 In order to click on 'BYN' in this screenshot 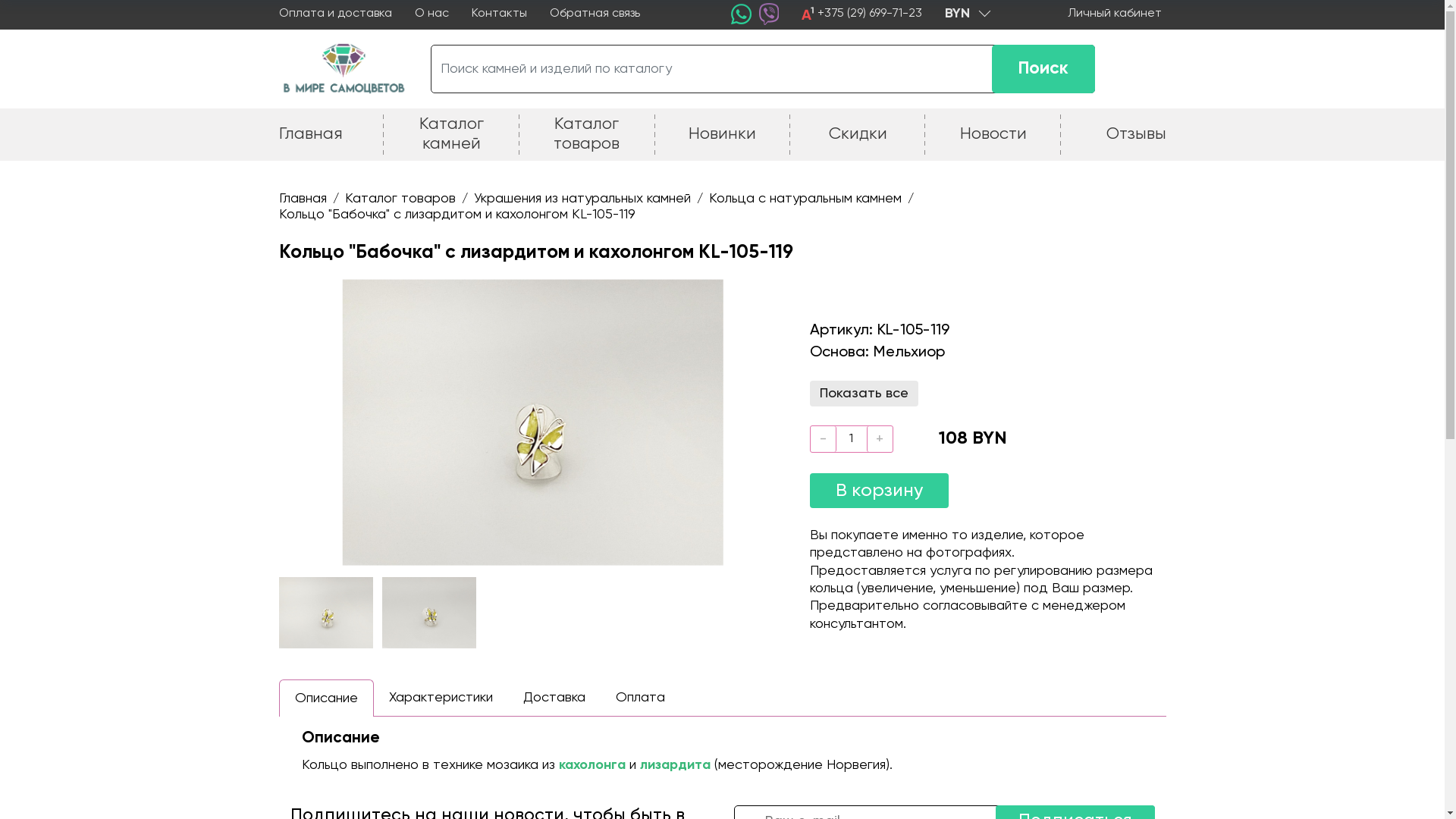, I will do `click(966, 14)`.